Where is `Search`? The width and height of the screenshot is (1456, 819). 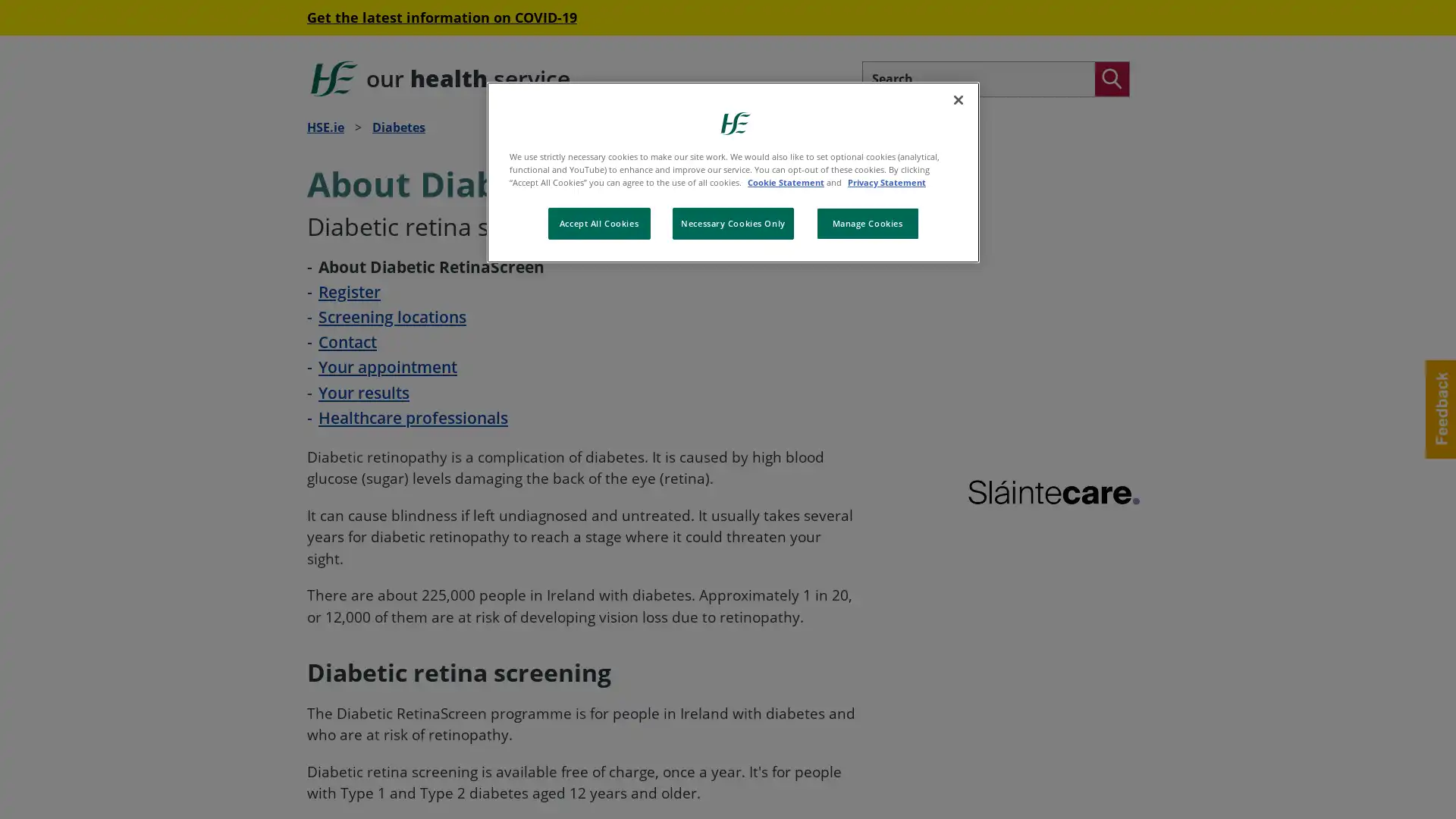
Search is located at coordinates (1112, 78).